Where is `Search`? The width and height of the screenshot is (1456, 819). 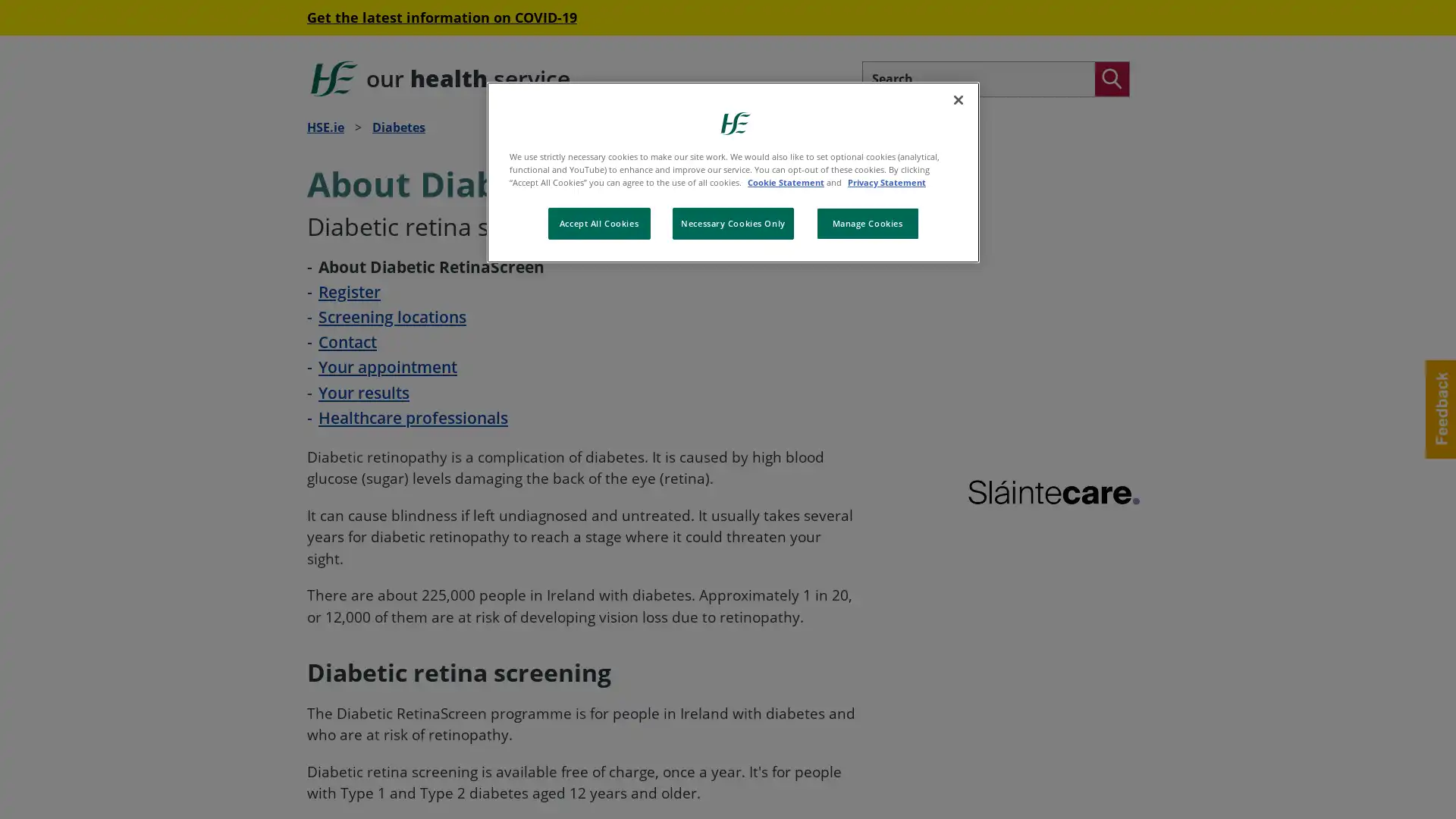
Search is located at coordinates (1112, 78).